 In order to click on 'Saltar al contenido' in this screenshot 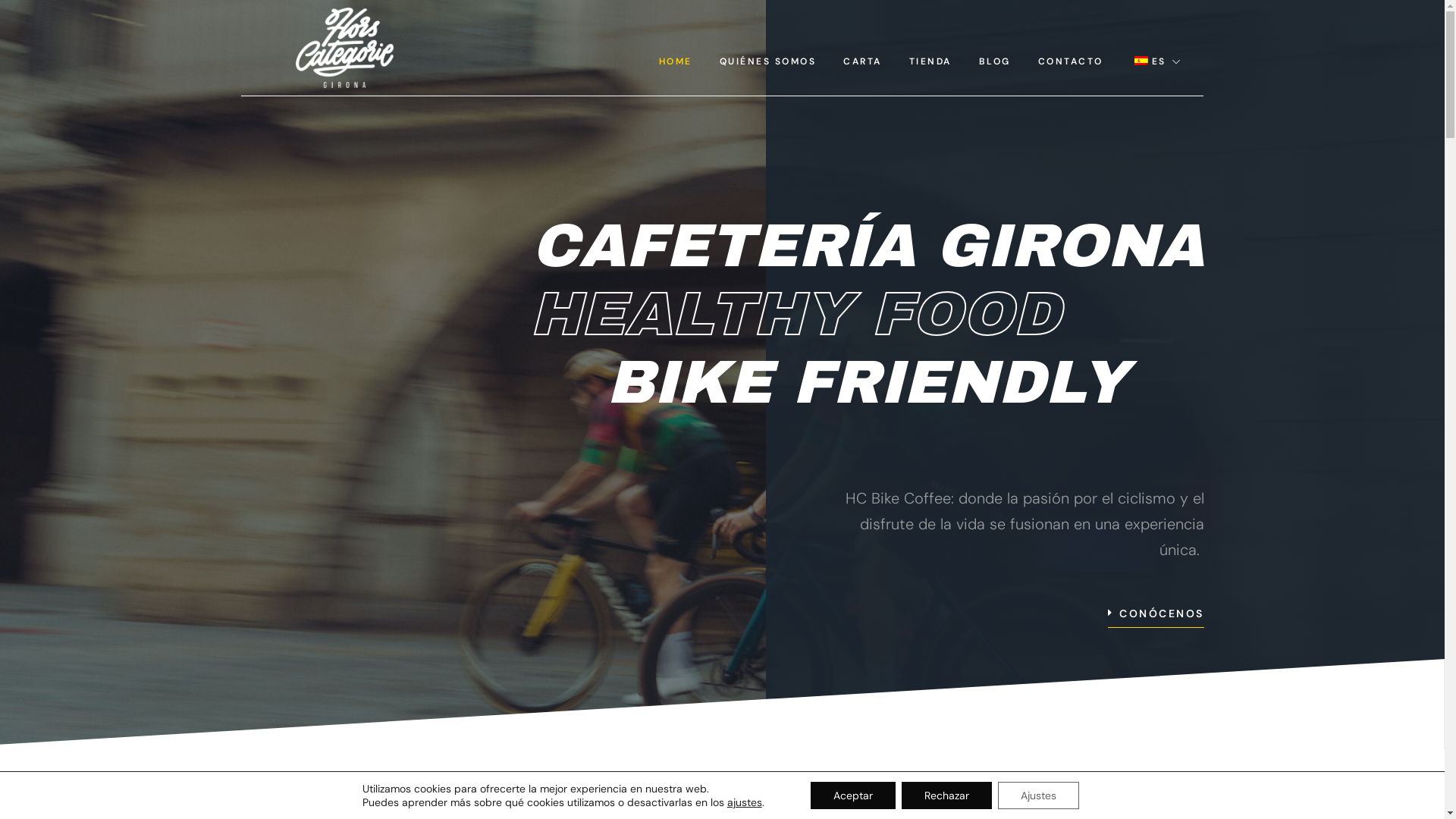, I will do `click(11, 32)`.